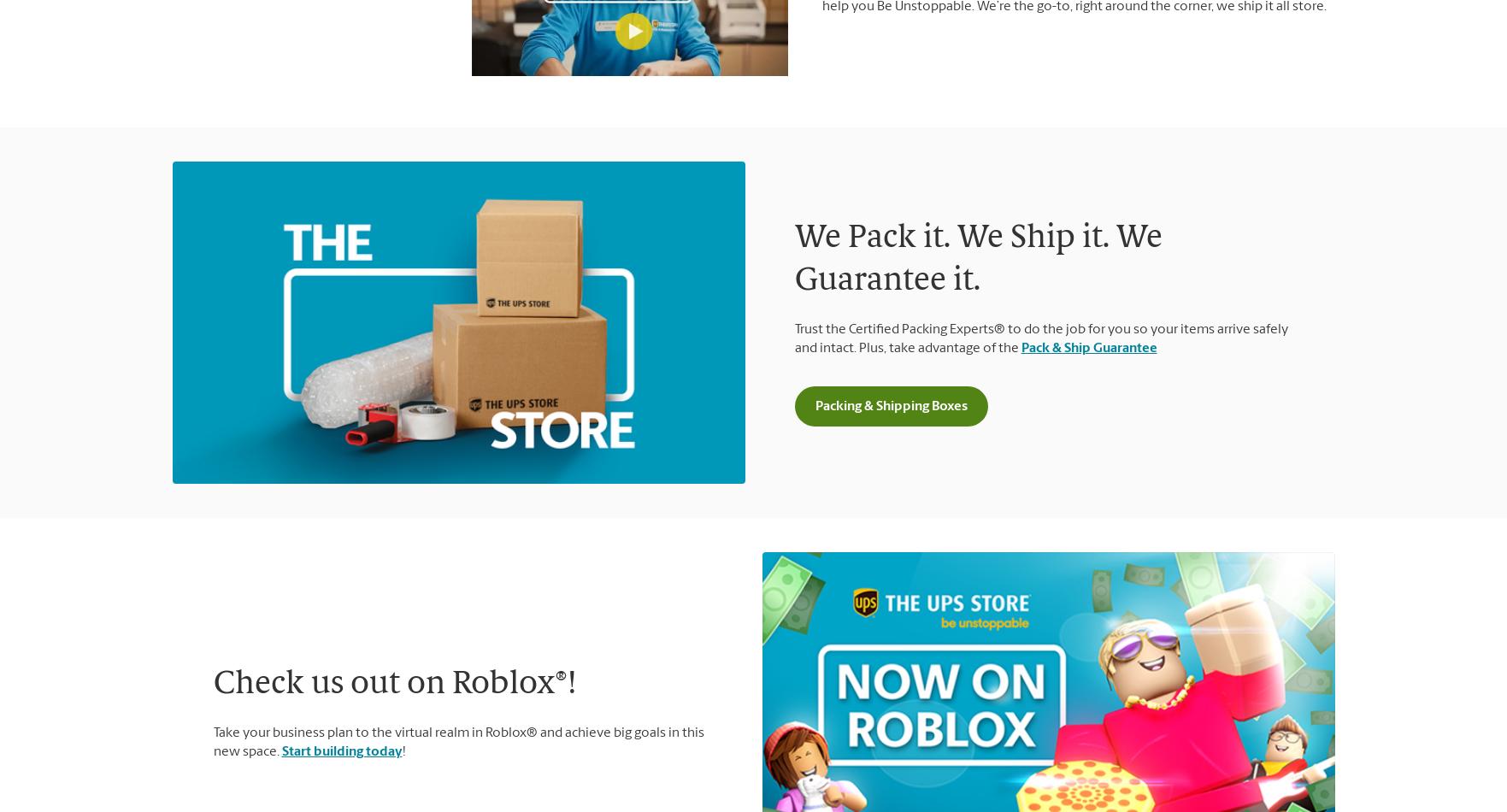 This screenshot has height=812, width=1507. What do you see at coordinates (215, 705) in the screenshot?
I see `'Marketing Materials'` at bounding box center [215, 705].